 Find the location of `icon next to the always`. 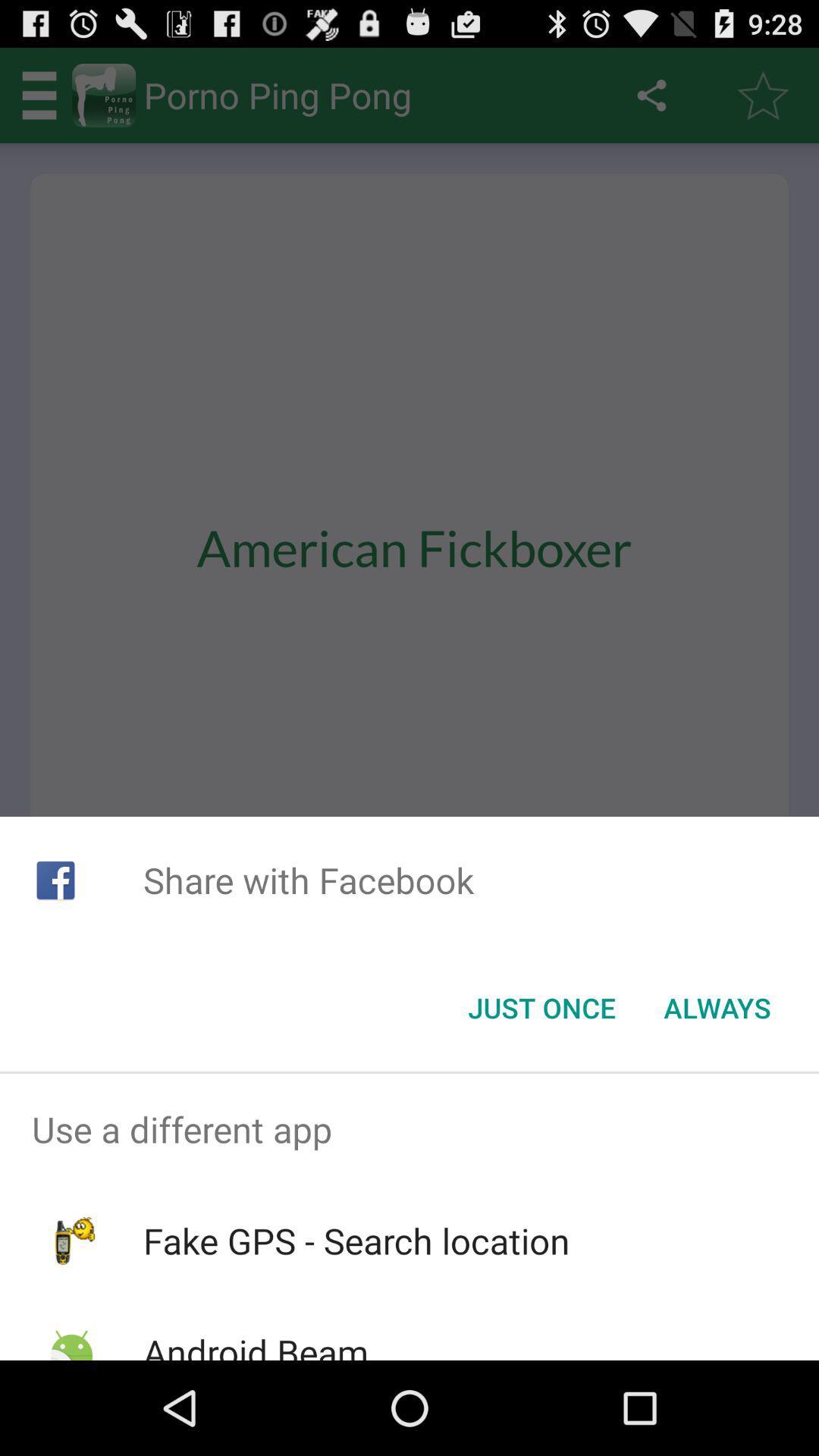

icon next to the always is located at coordinates (541, 1008).